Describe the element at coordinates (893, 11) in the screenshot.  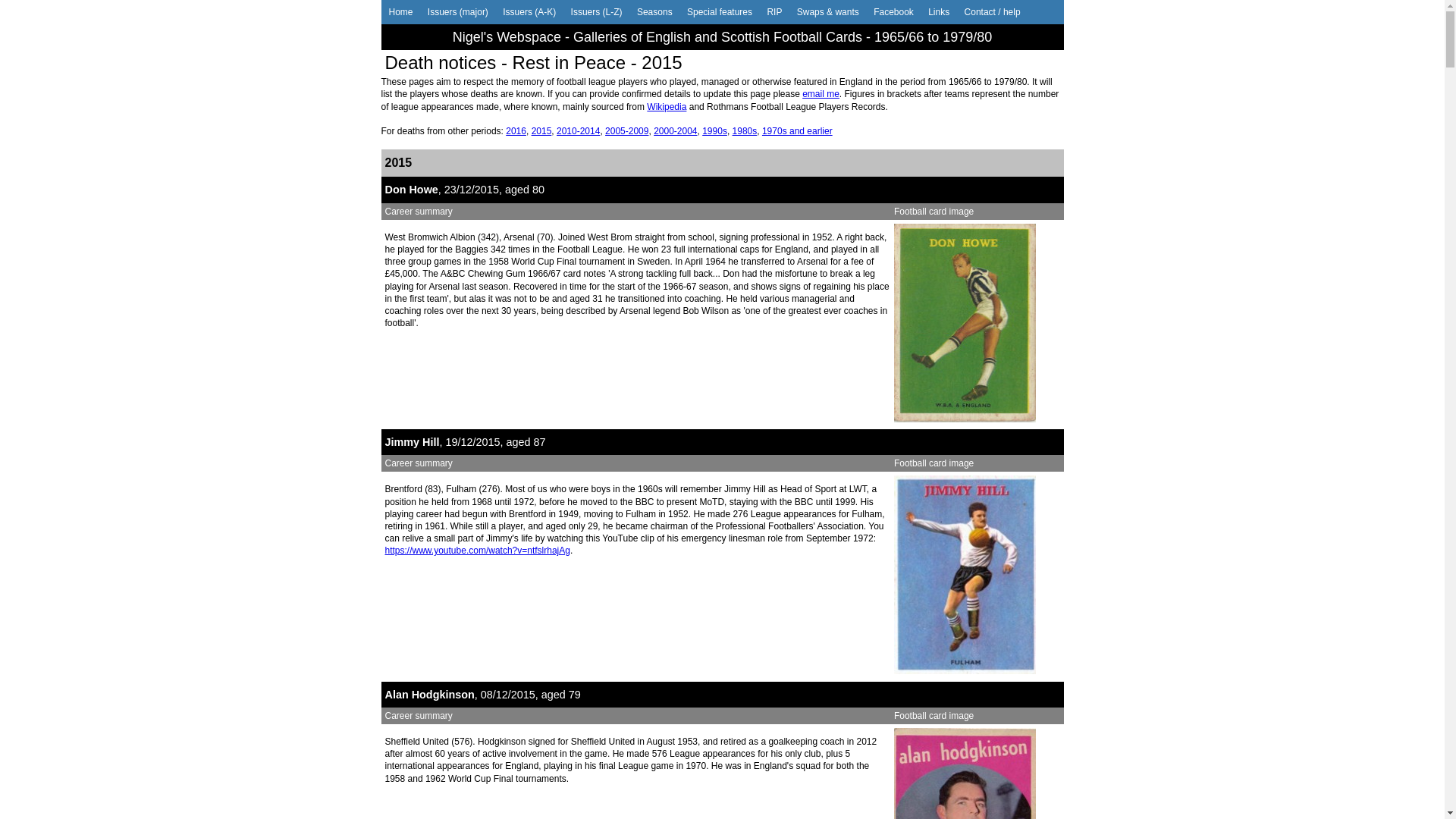
I see `'Facebook'` at that location.